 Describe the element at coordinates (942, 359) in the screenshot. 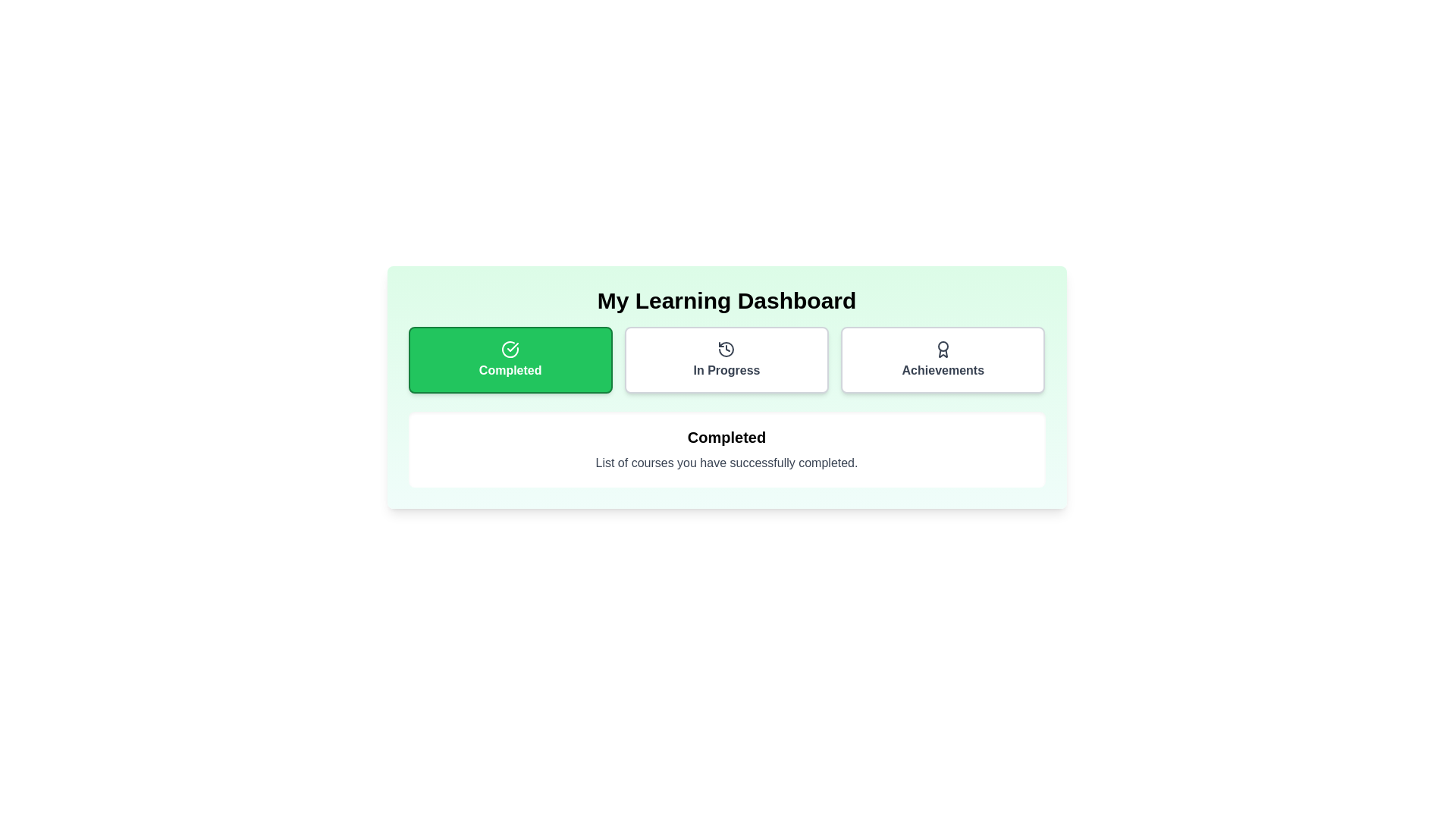

I see `the Achievements tab by clicking on it` at that location.